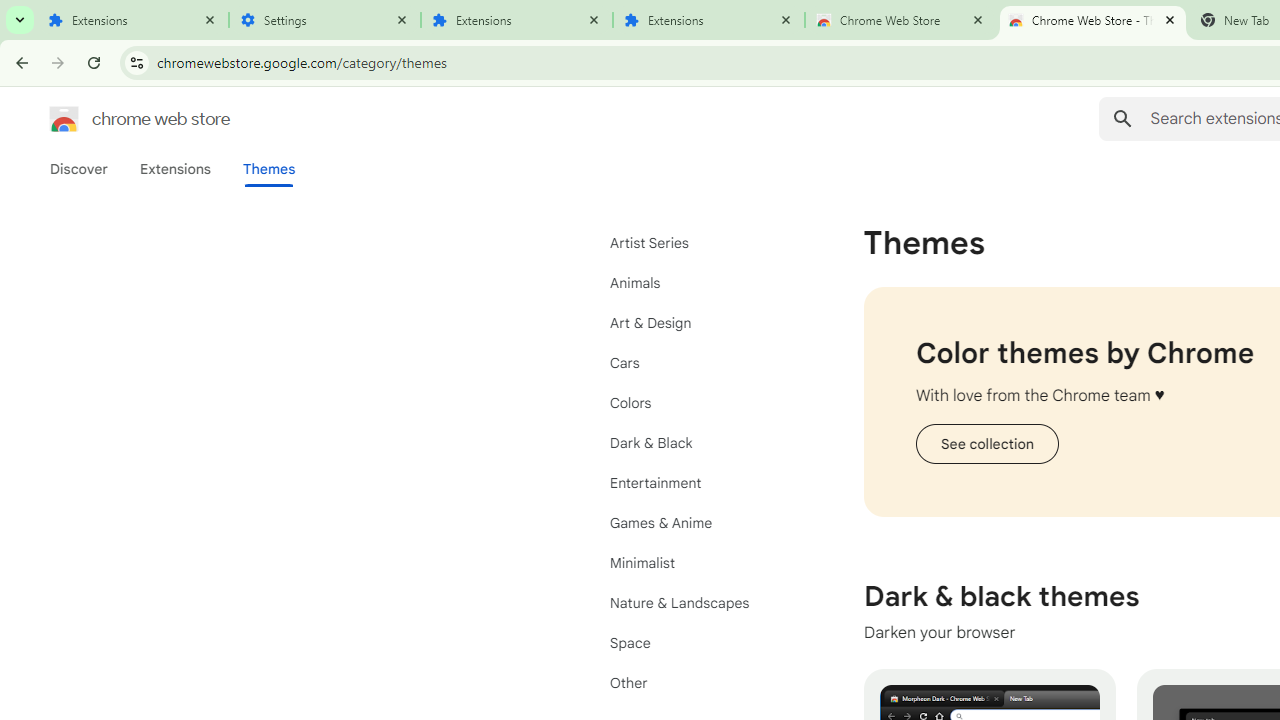 This screenshot has height=720, width=1280. What do you see at coordinates (700, 483) in the screenshot?
I see `'Entertainment'` at bounding box center [700, 483].